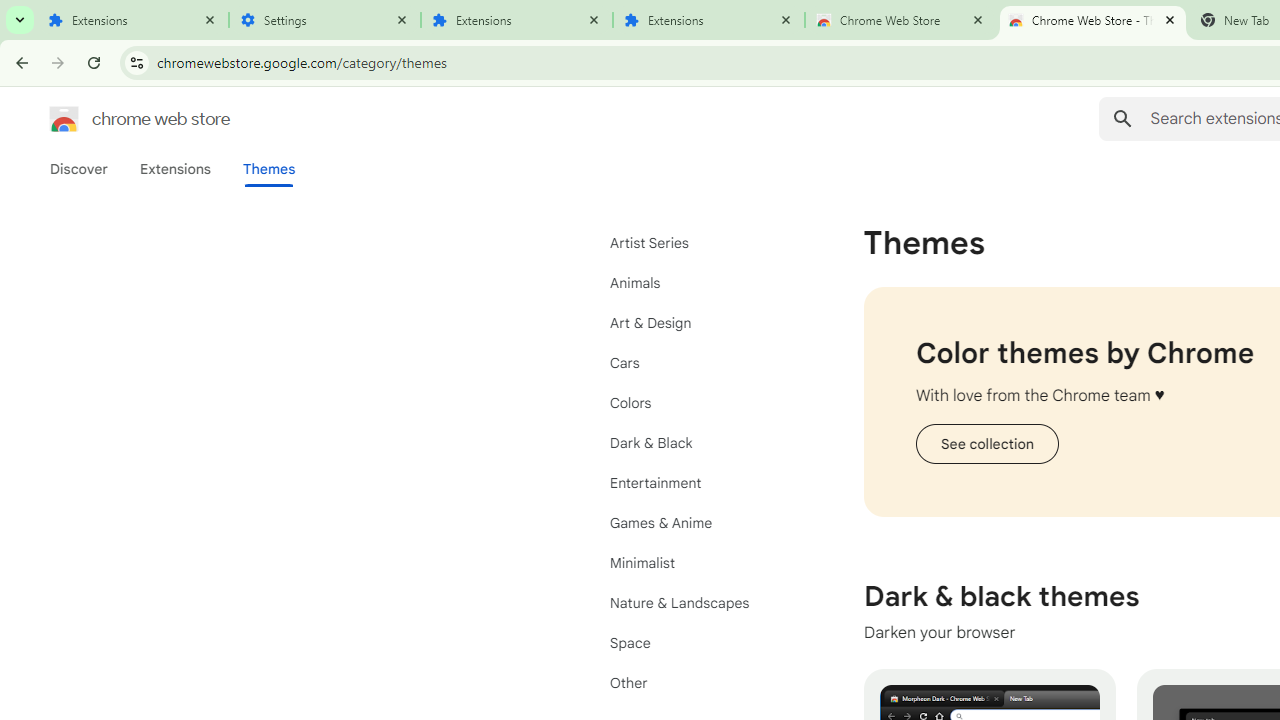 This screenshot has height=720, width=1280. What do you see at coordinates (700, 483) in the screenshot?
I see `'Entertainment'` at bounding box center [700, 483].